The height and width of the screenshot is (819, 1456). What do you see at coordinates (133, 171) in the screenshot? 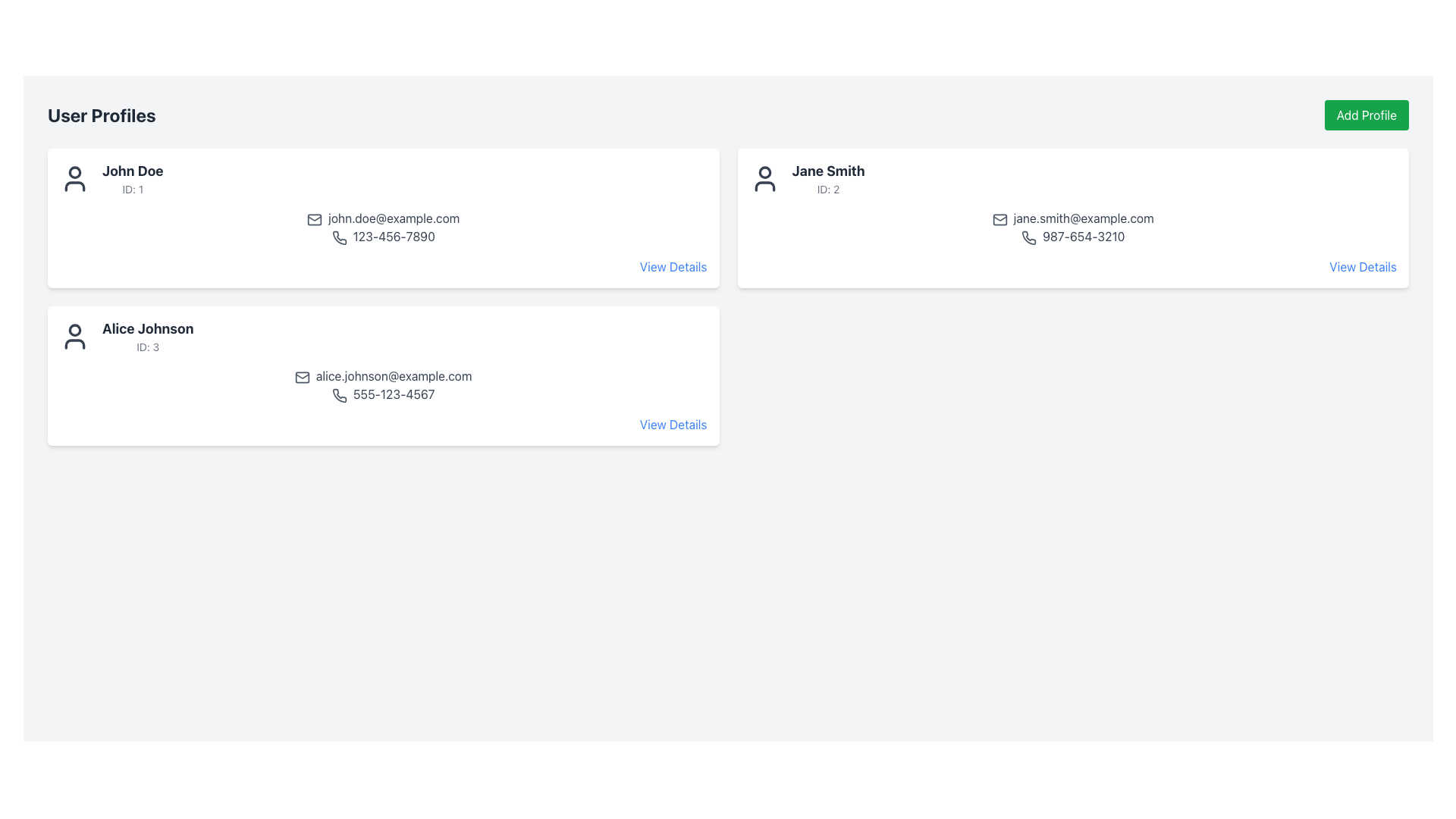
I see `bold text label 'John Doe' displayed in larger font size at the top-center of the user profile card` at bounding box center [133, 171].